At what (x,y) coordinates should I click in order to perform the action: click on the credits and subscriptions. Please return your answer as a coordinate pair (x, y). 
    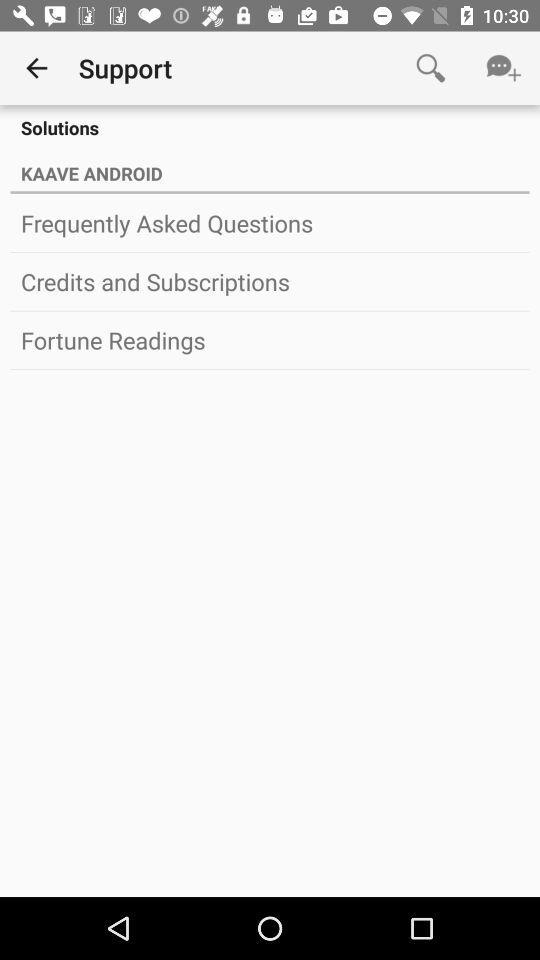
    Looking at the image, I should click on (270, 280).